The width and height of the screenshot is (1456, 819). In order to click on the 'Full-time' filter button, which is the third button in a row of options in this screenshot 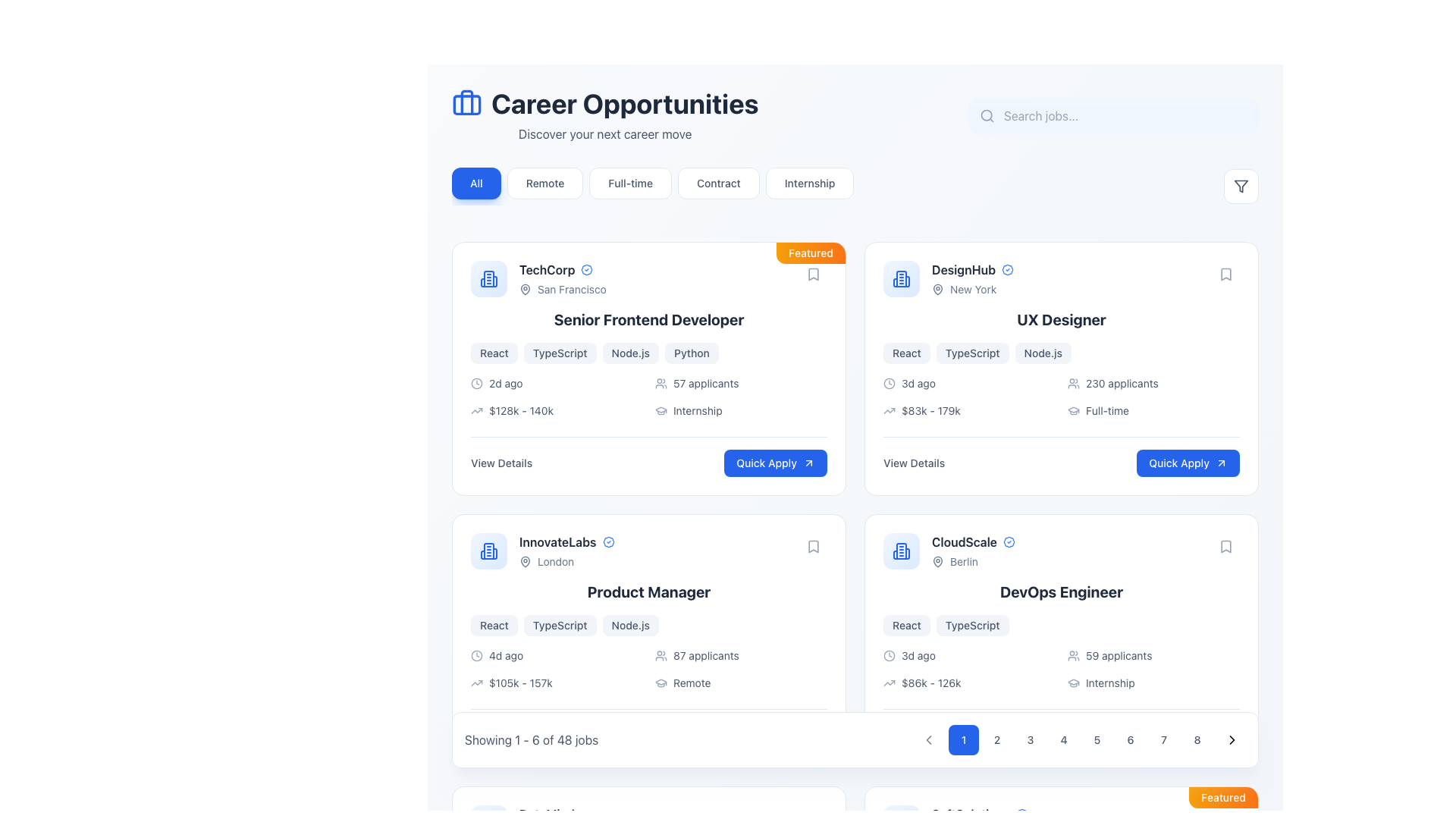, I will do `click(630, 183)`.